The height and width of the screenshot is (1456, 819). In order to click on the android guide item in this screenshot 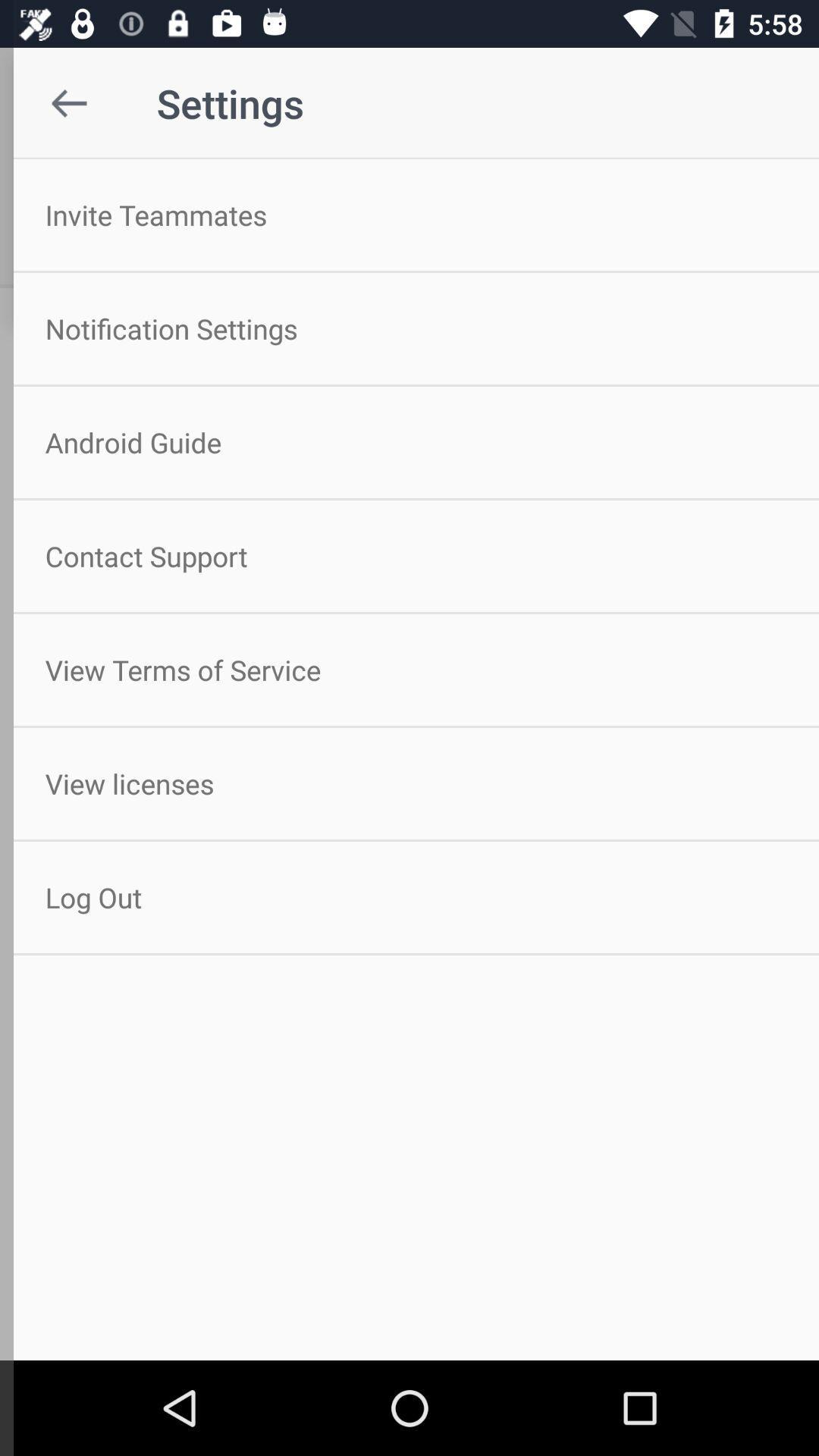, I will do `click(409, 441)`.